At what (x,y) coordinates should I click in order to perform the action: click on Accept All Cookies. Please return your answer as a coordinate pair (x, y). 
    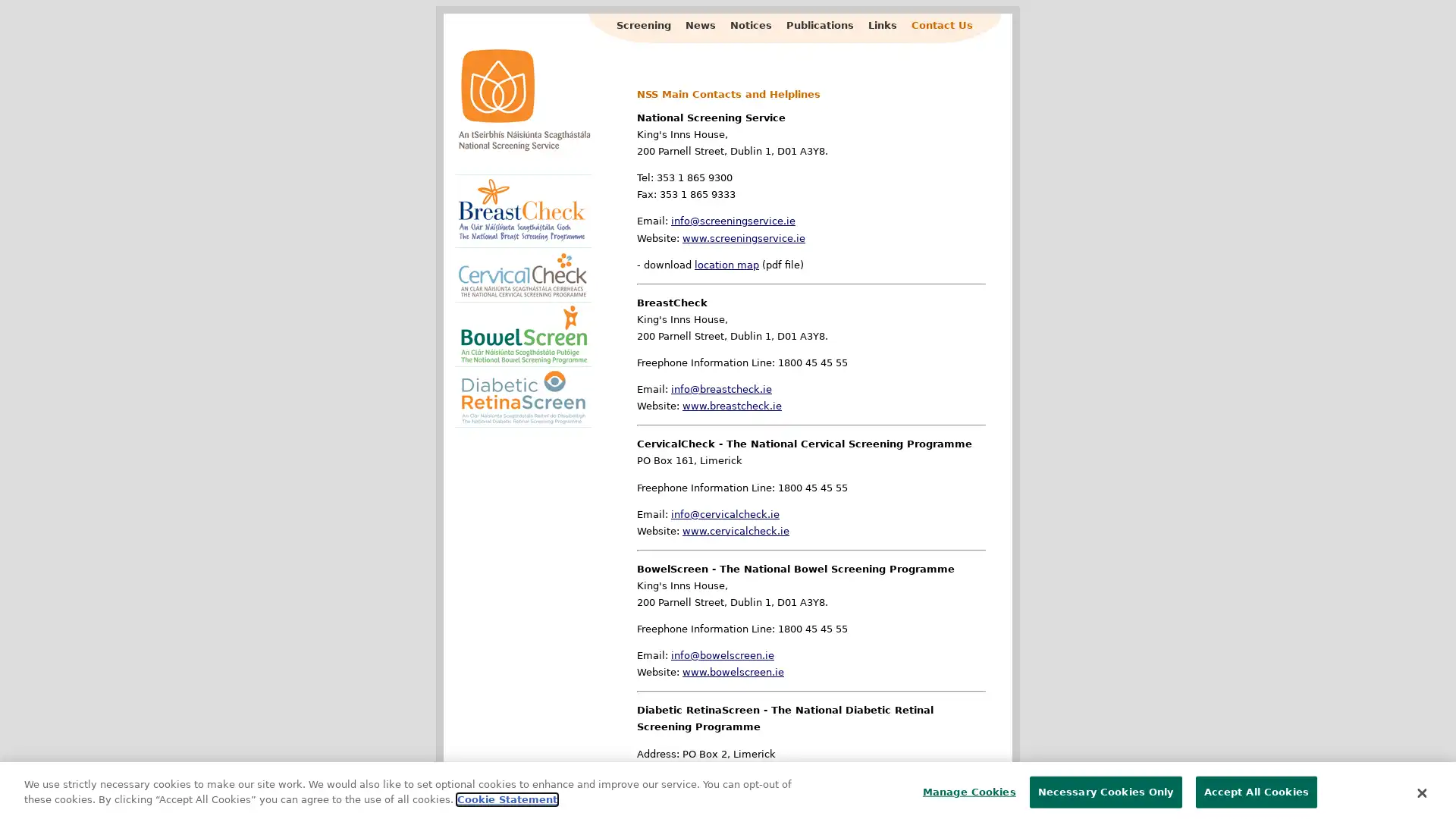
    Looking at the image, I should click on (1256, 786).